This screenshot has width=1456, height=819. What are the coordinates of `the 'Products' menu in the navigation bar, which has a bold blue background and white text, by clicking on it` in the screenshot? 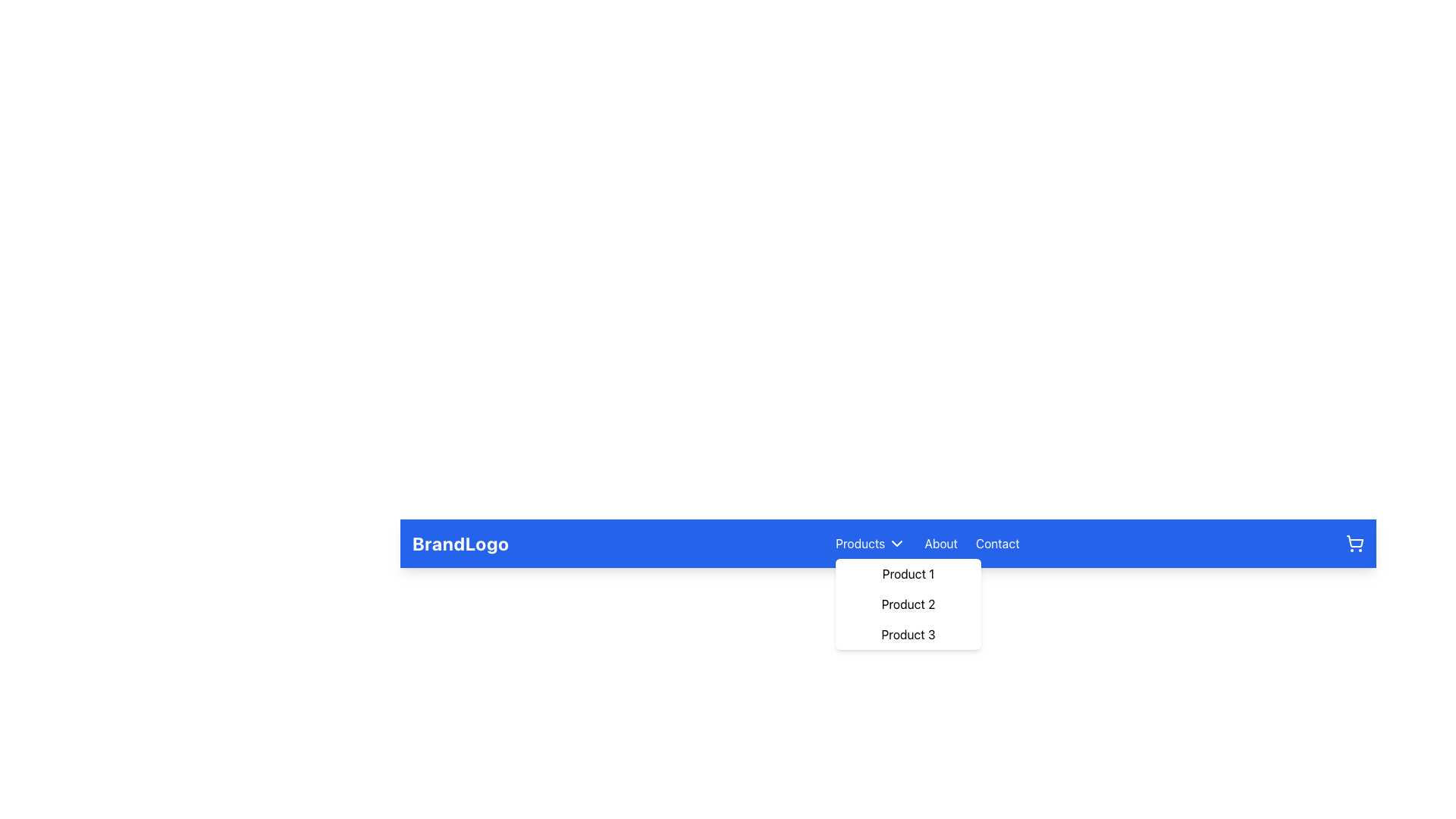 It's located at (888, 543).